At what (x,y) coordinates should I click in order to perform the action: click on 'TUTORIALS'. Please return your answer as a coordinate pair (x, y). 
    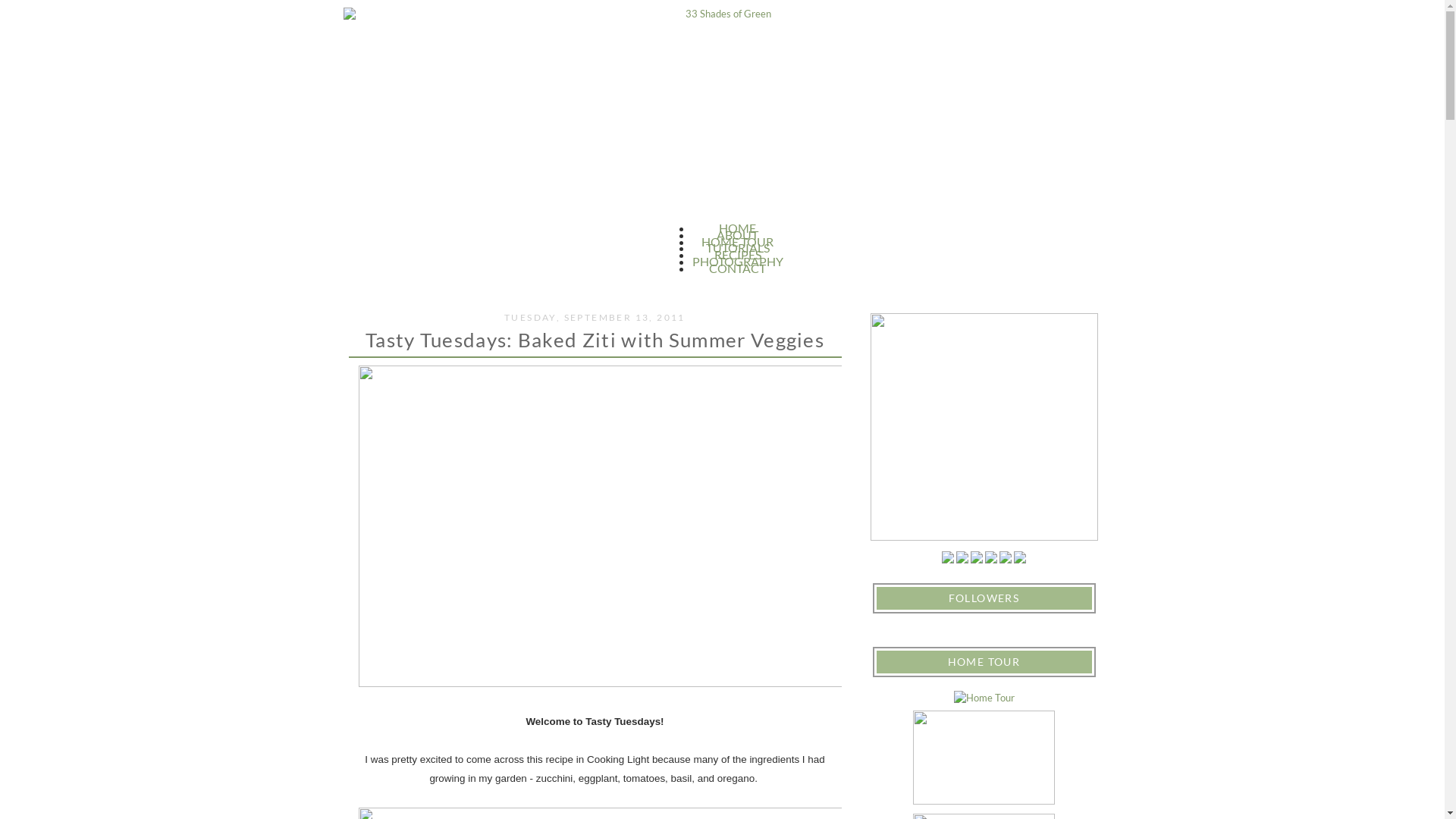
    Looking at the image, I should click on (704, 246).